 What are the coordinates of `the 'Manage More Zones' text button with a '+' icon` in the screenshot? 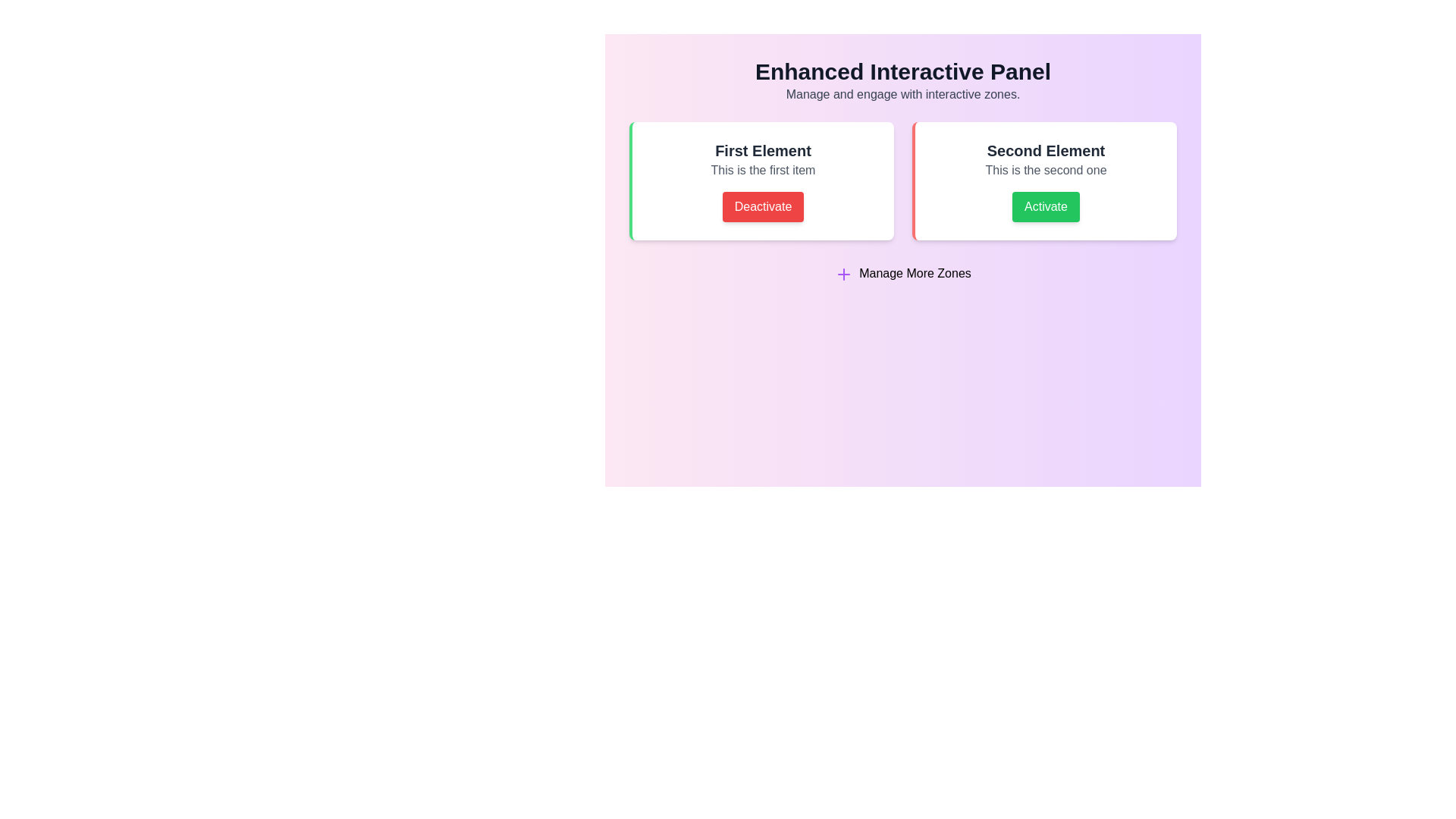 It's located at (902, 274).